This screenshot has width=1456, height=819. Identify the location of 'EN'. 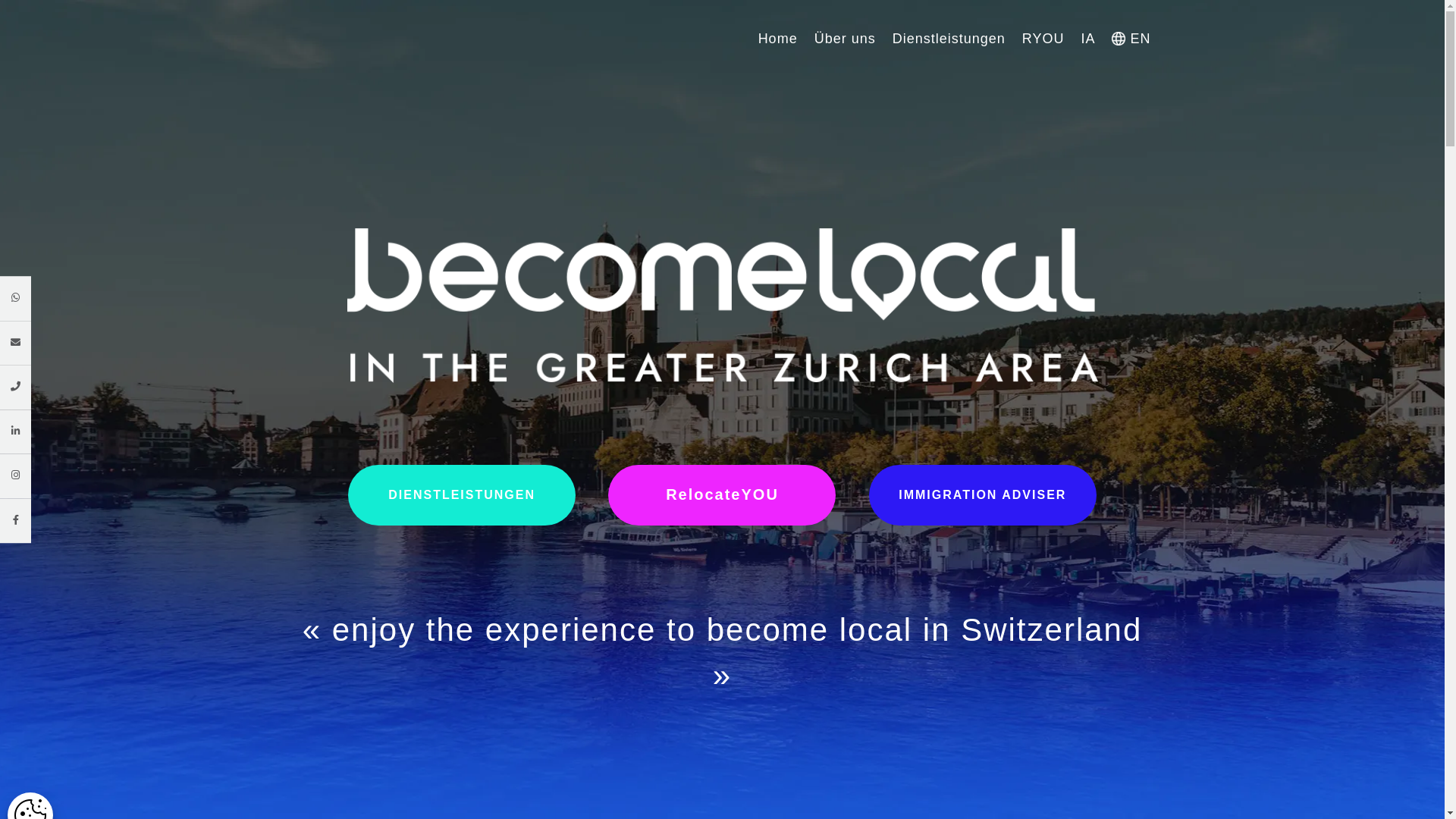
(1131, 37).